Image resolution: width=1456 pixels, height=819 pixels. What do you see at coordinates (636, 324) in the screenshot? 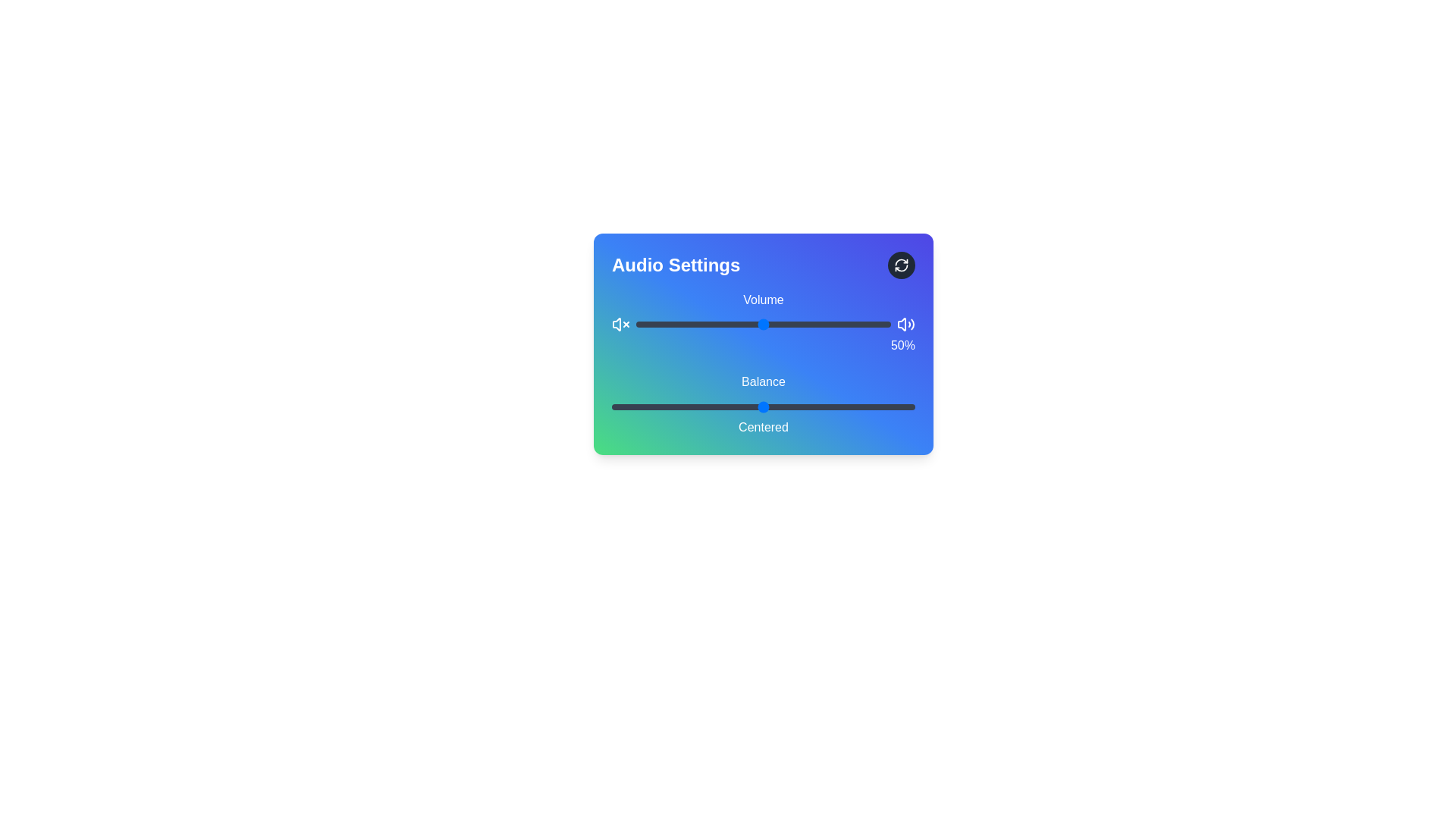
I see `the volume` at bounding box center [636, 324].